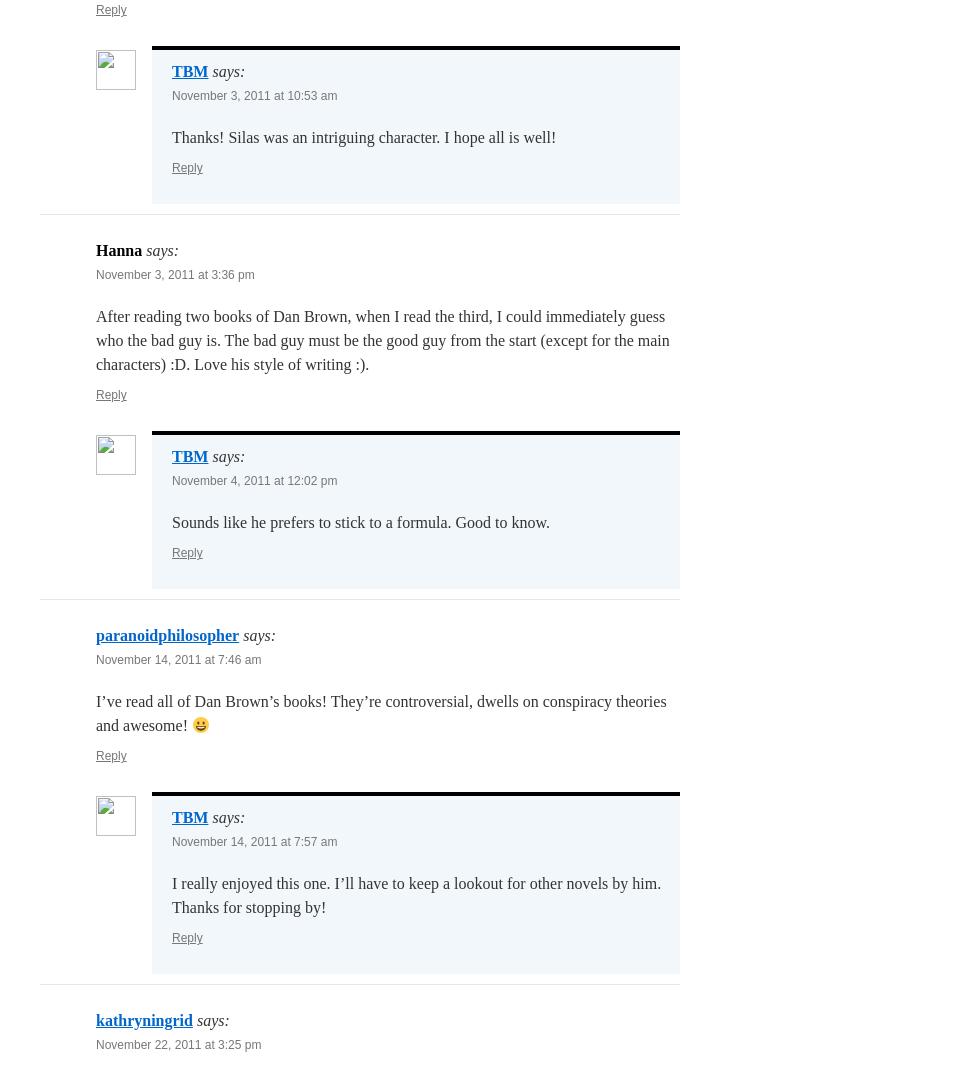 Image resolution: width=980 pixels, height=1065 pixels. Describe the element at coordinates (175, 273) in the screenshot. I see `'November 3, 2011 at 3:36 pm'` at that location.